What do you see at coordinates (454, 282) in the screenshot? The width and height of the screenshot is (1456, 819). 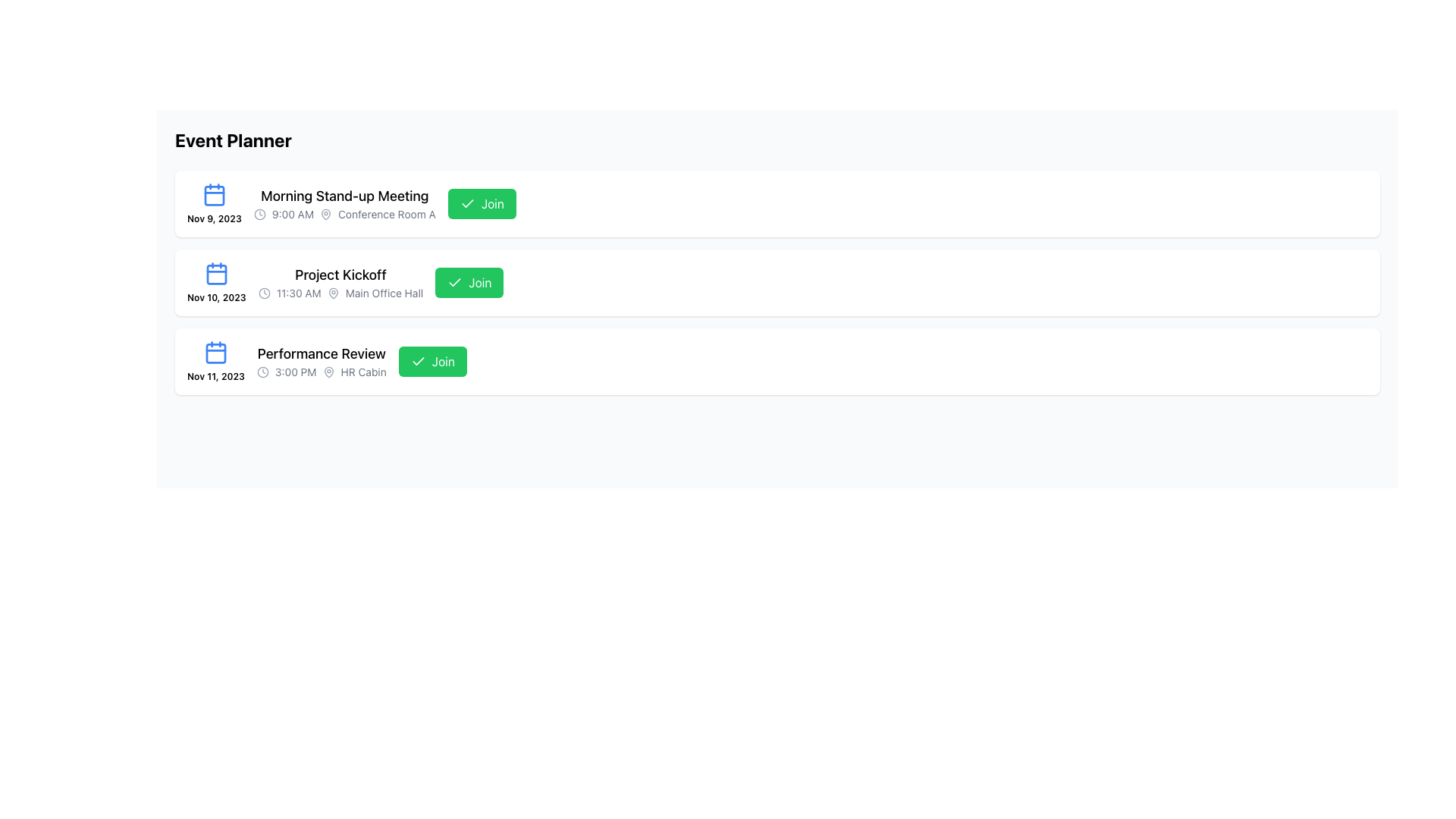 I see `the checkmark icon within the green 'Join' button for the 'Project Kickoff' event, which visually indicates a successful action related to the button's functionality` at bounding box center [454, 282].